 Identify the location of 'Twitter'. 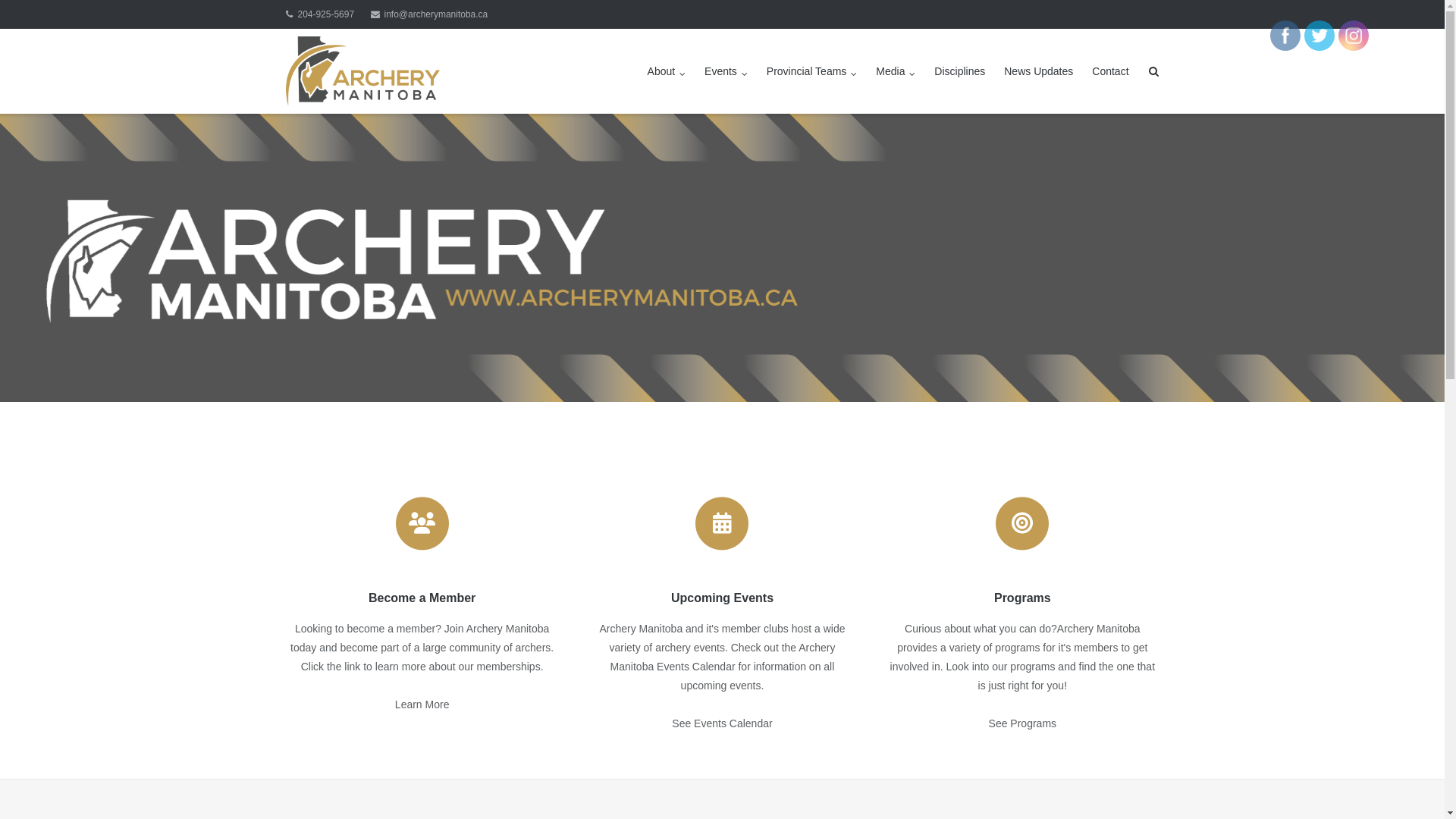
(1318, 34).